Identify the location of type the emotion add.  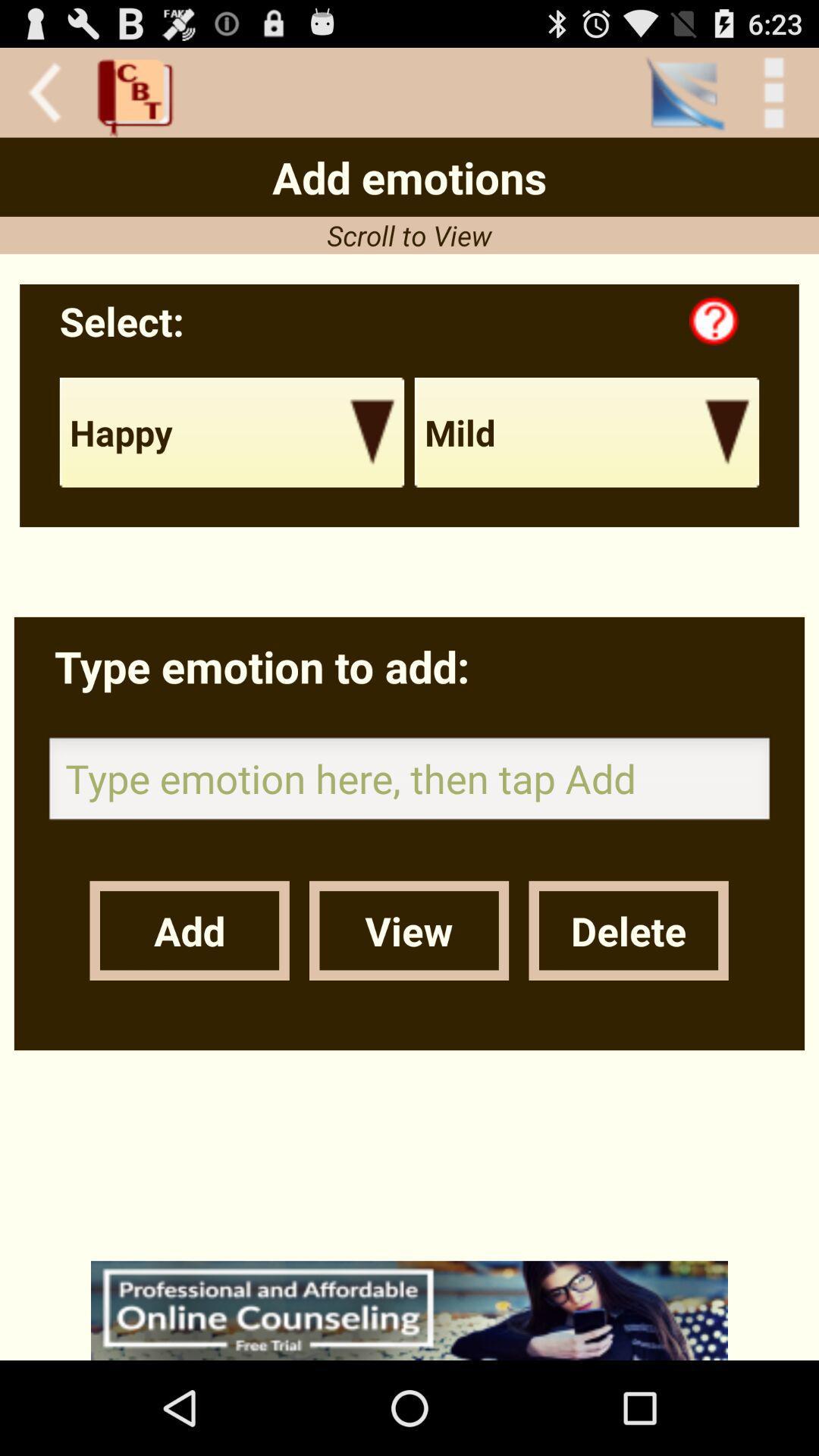
(409, 783).